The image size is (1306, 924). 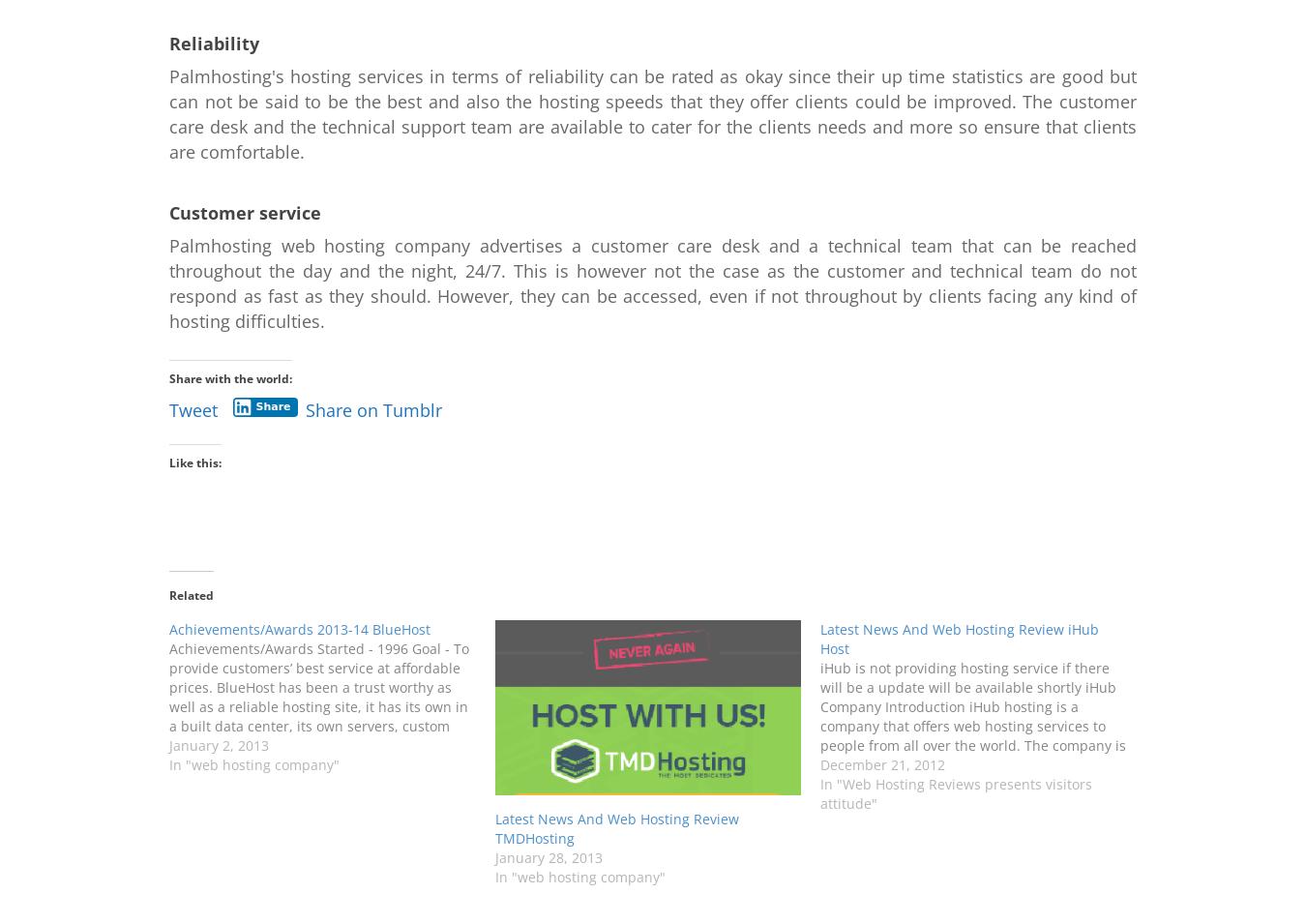 I want to click on 'Share on Tumblr', so click(x=372, y=409).